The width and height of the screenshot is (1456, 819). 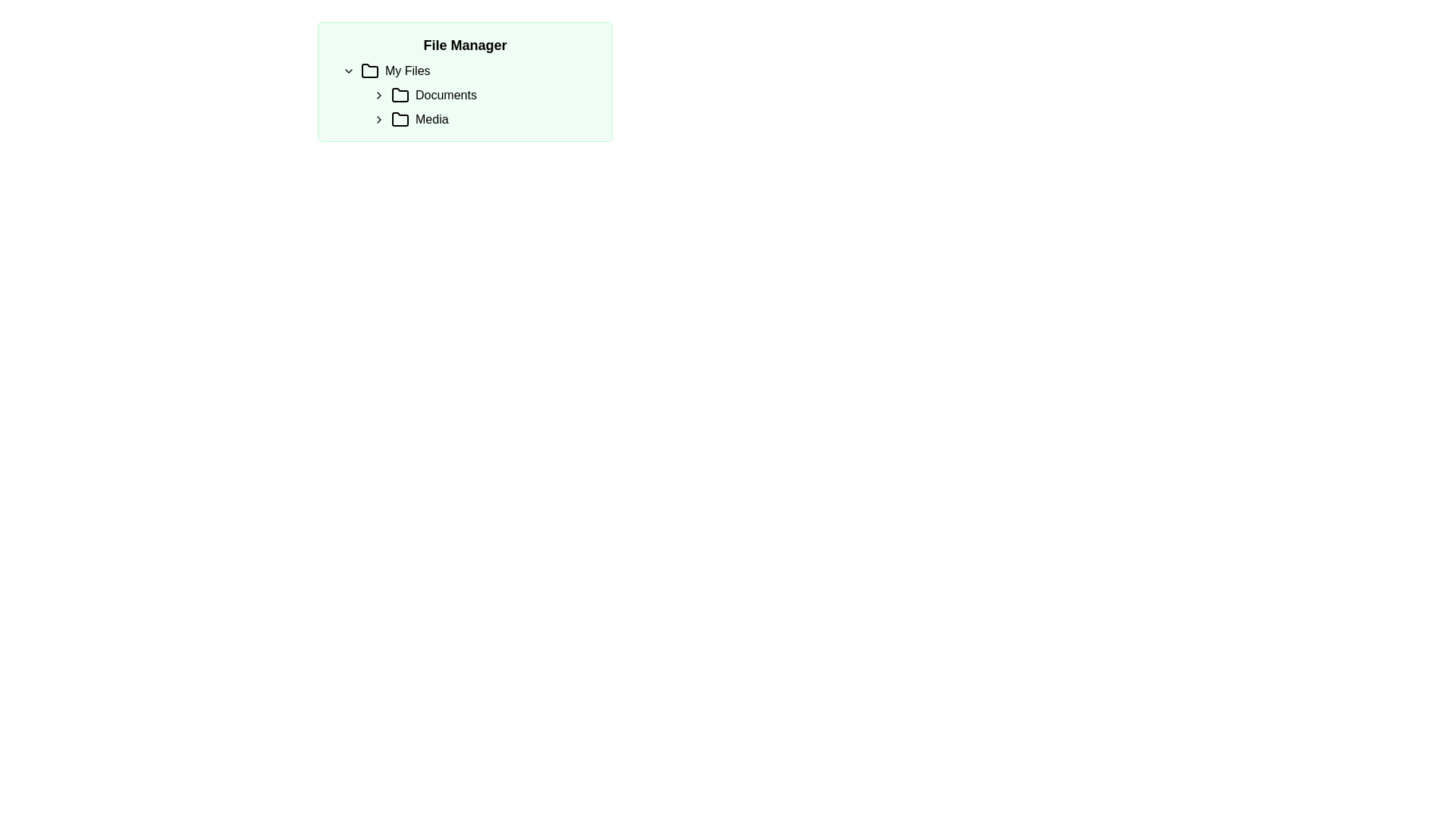 I want to click on the Right-facing chevron icon used to denote an expandable item in the Media section, so click(x=378, y=119).